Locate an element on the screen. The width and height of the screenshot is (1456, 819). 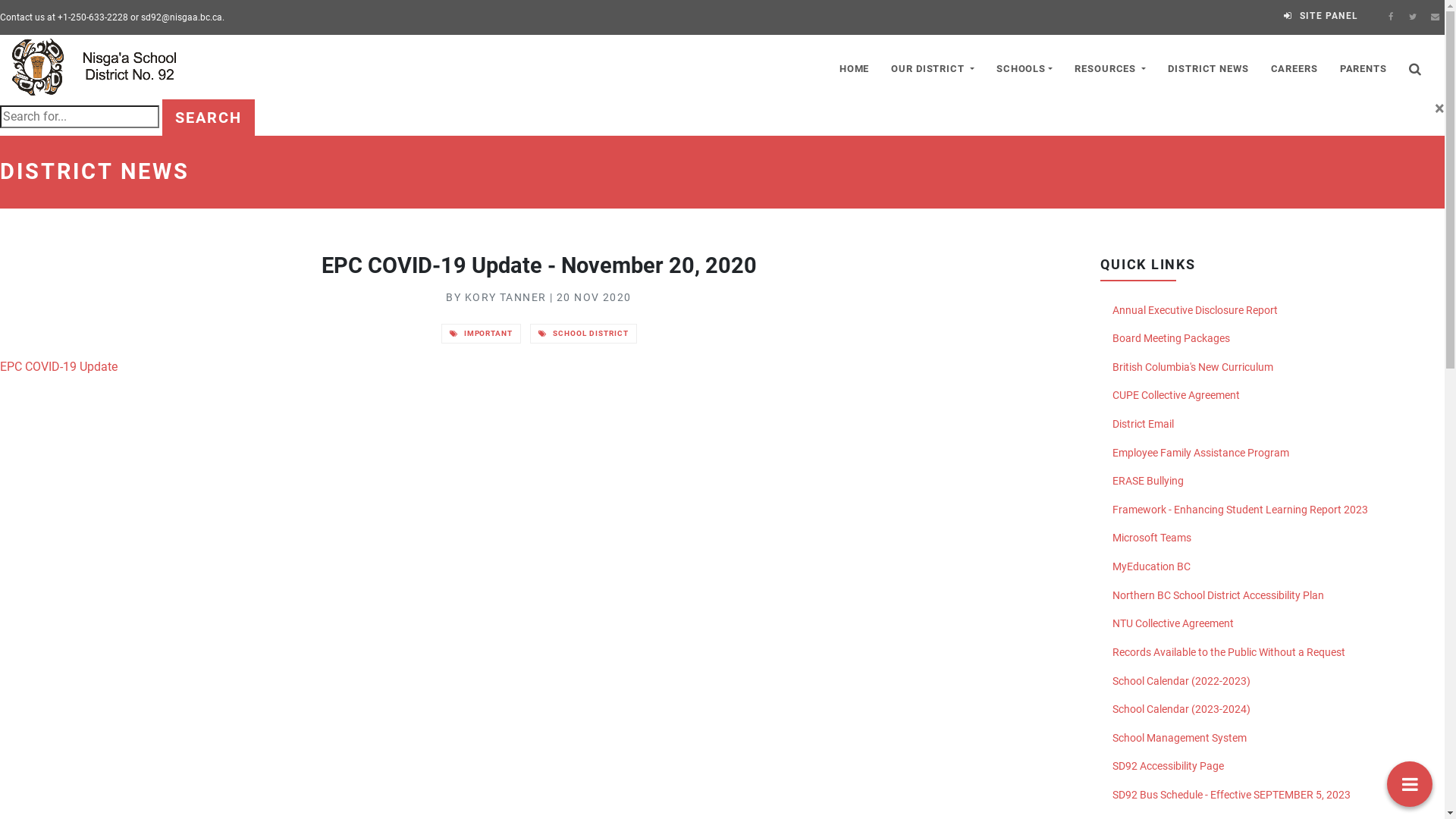
'Employee Family Assistance Program' is located at coordinates (1100, 452).